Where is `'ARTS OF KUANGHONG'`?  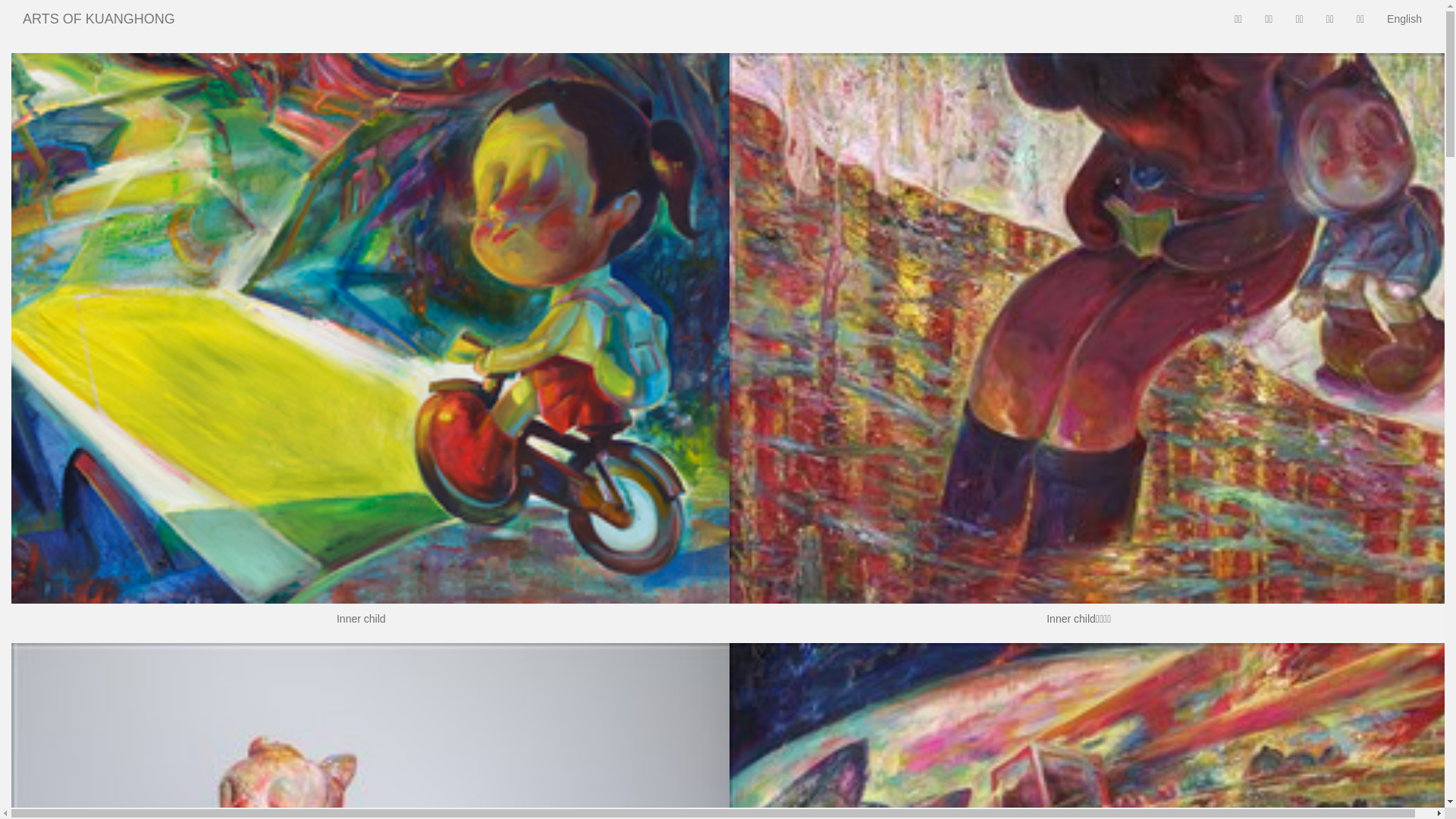
'ARTS OF KUANGHONG' is located at coordinates (98, 18).